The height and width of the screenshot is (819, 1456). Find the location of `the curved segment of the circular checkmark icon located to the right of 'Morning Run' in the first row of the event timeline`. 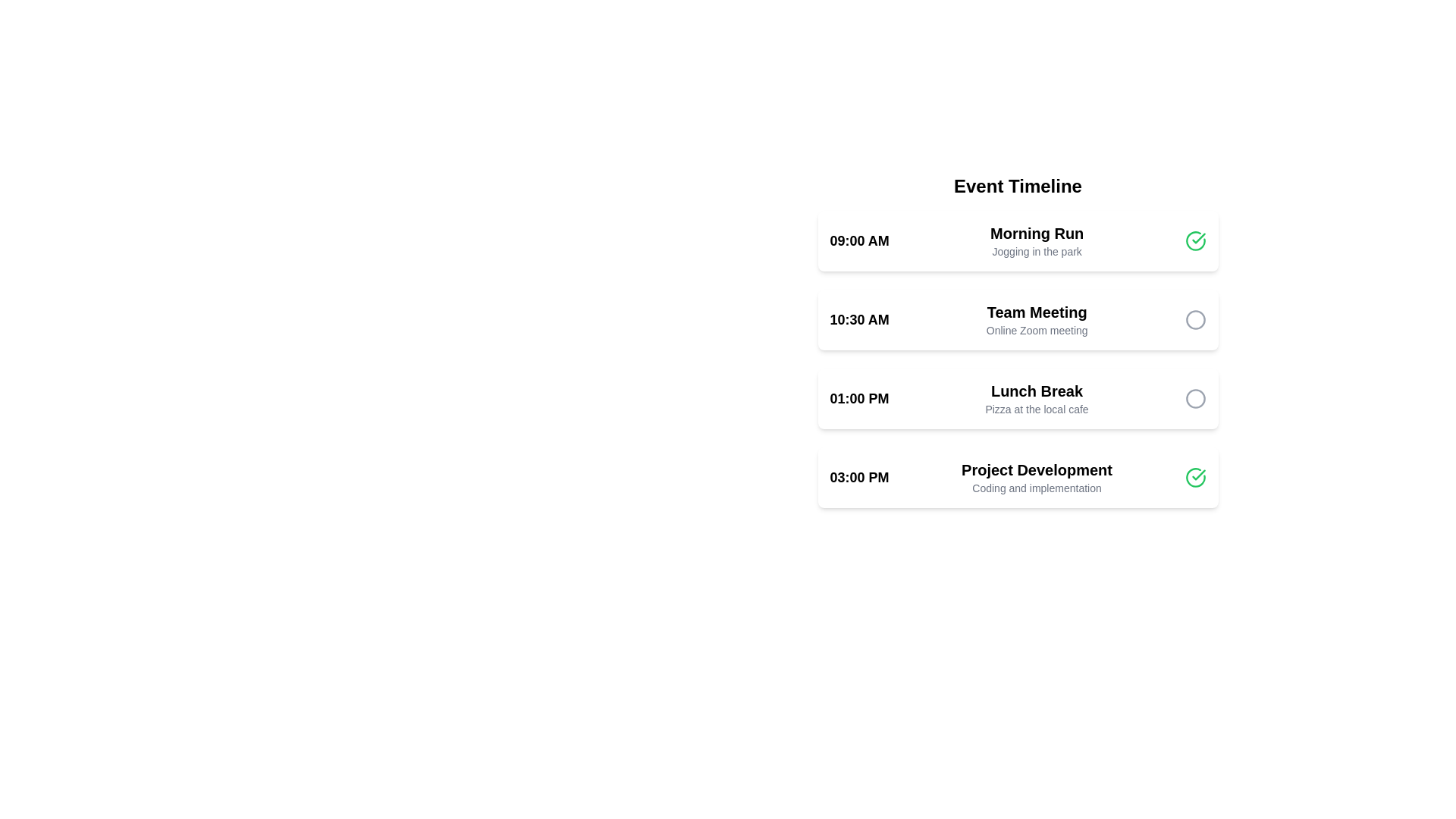

the curved segment of the circular checkmark icon located to the right of 'Morning Run' in the first row of the event timeline is located at coordinates (1194, 476).